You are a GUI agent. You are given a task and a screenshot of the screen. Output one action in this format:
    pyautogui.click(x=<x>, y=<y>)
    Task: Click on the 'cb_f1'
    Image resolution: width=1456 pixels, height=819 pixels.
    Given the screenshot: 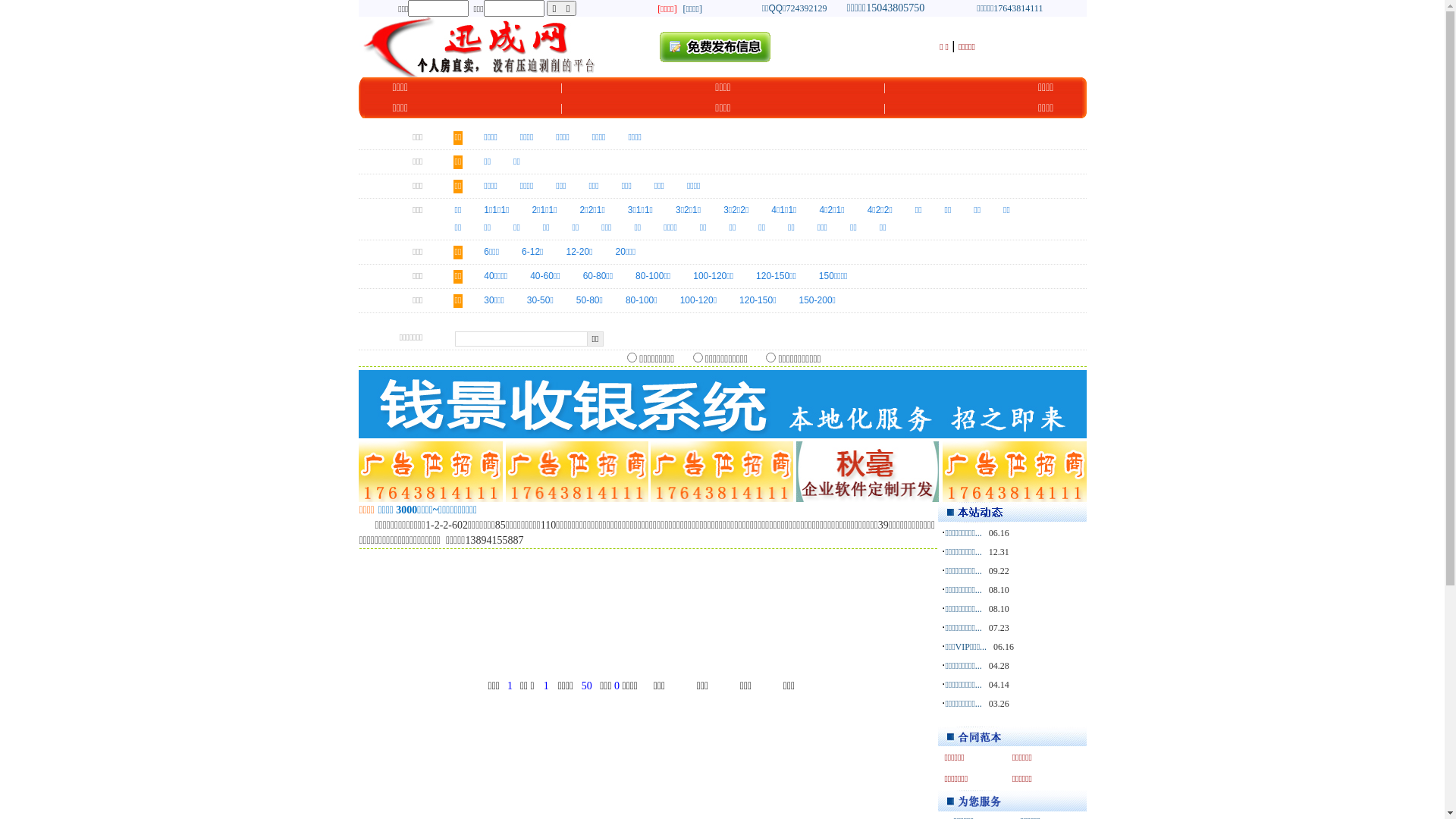 What is the action you would take?
    pyautogui.click(x=697, y=357)
    